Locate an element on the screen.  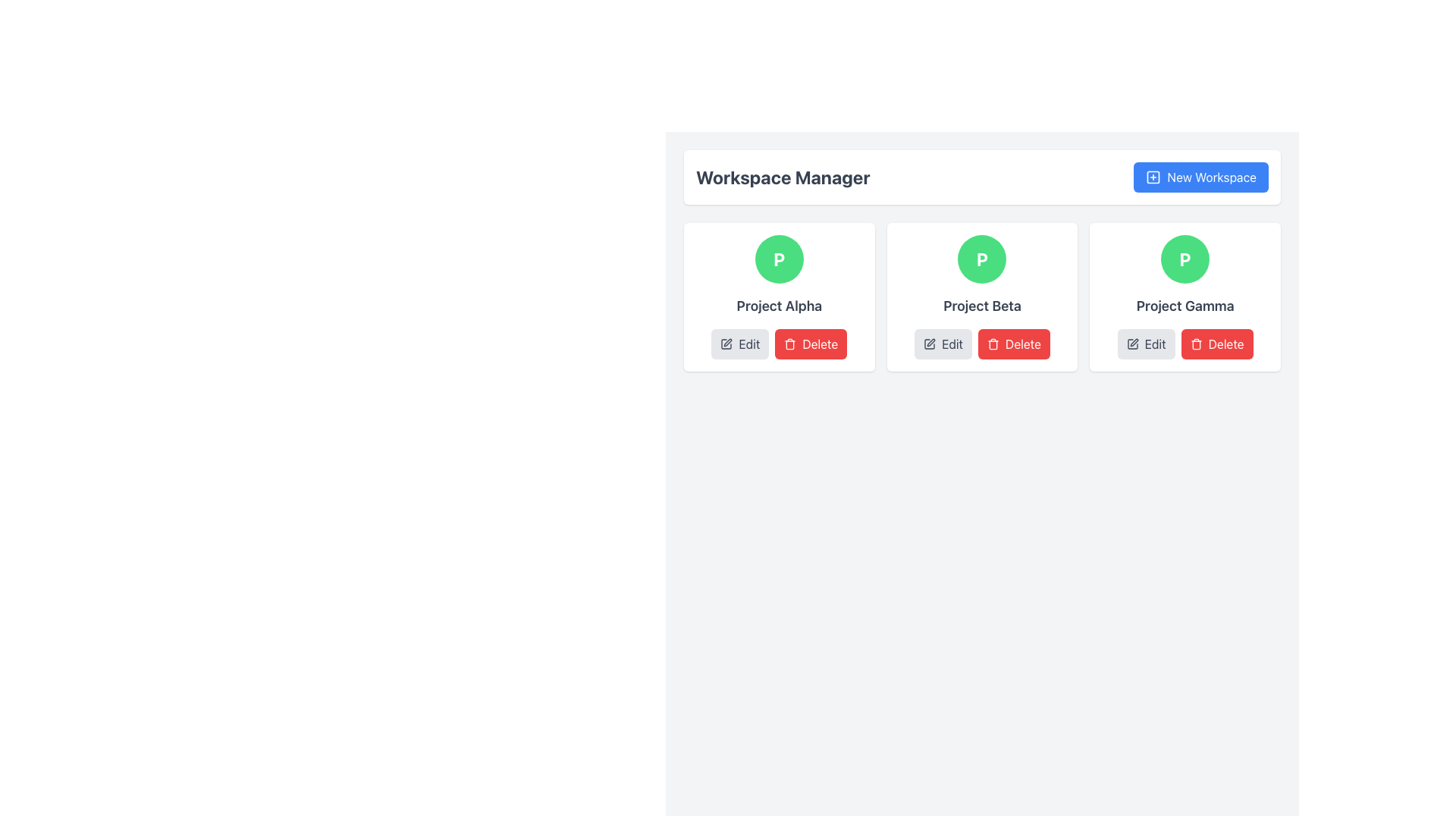
the delete icon located inside the red 'Delete' button for 'Project Beta', positioned to the left of the 'Delete' text is located at coordinates (1195, 344).